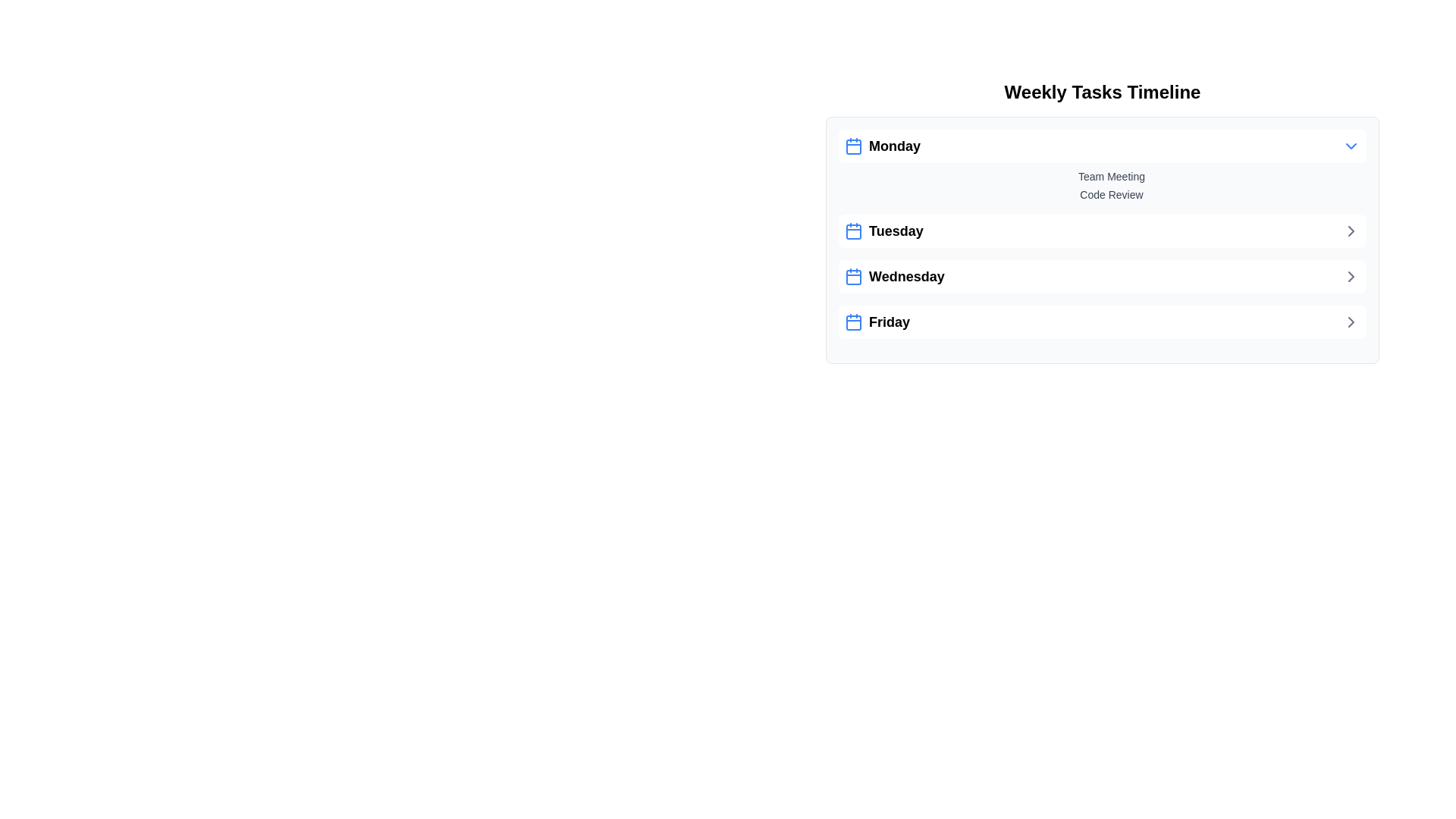  I want to click on the fourth list item under 'Weekly Tasks Timeline' labeled 'Friday', so click(1103, 321).